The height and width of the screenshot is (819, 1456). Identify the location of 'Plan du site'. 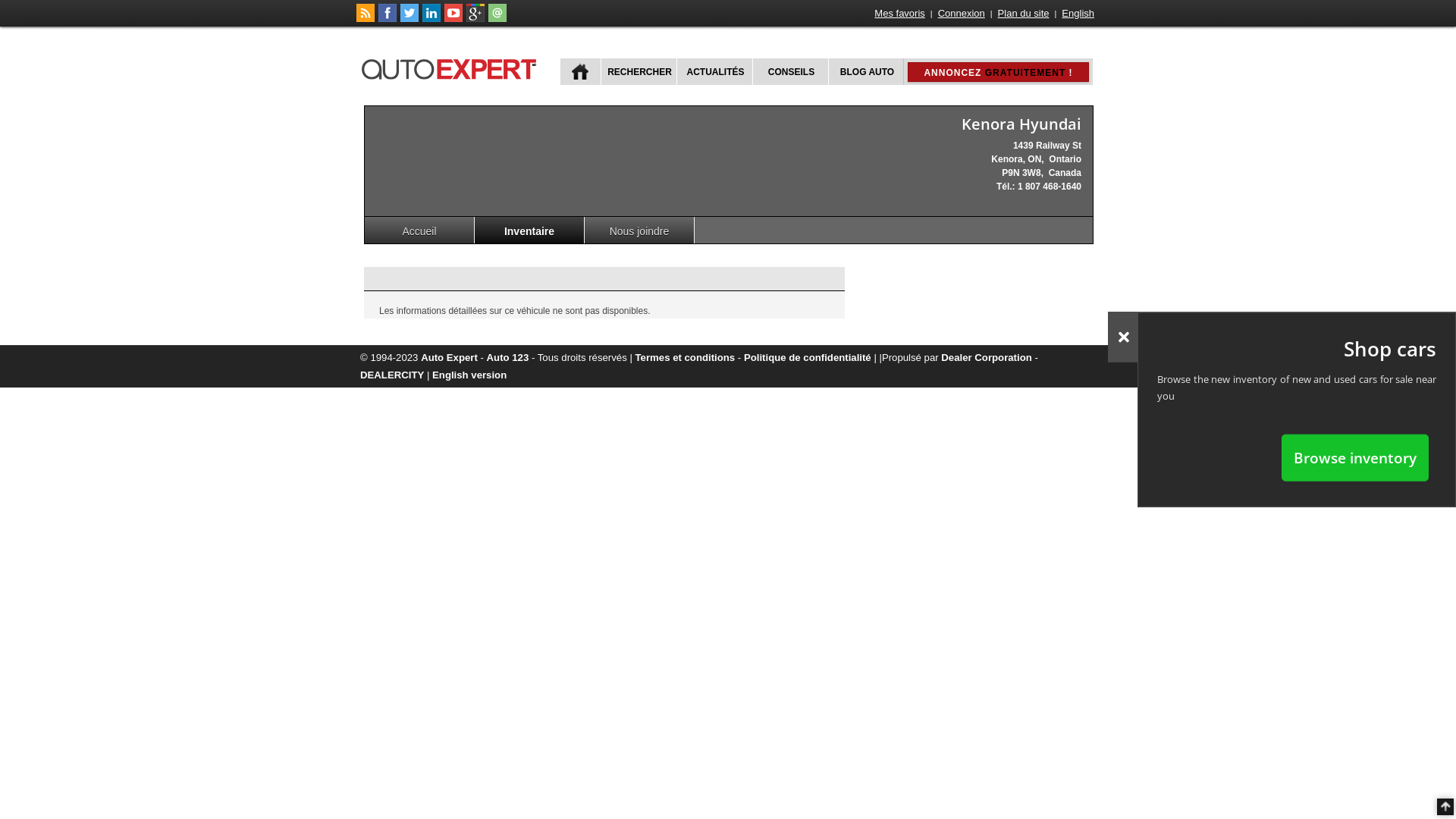
(1023, 13).